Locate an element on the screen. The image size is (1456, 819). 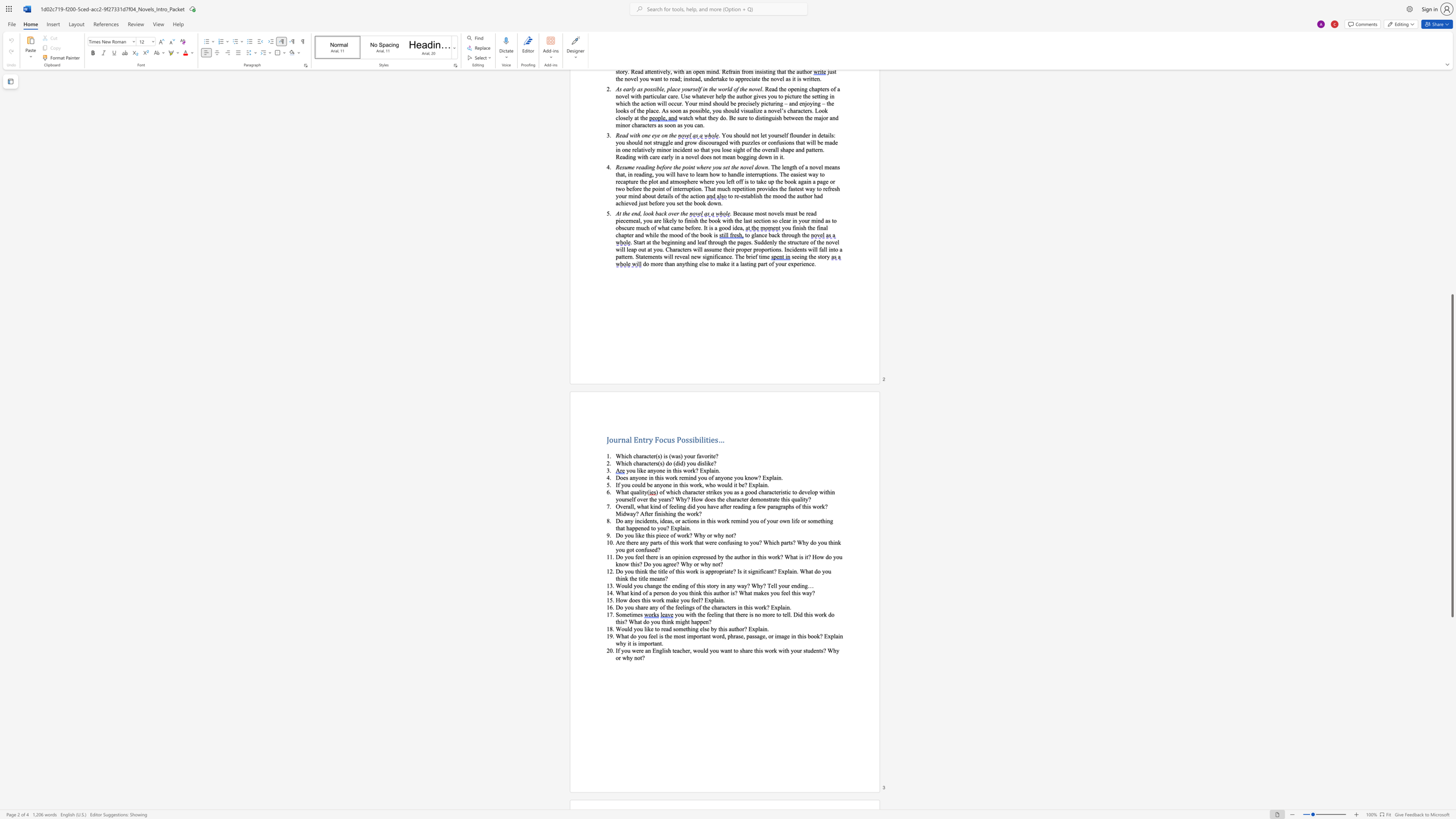
the space between the continuous character "(" and "s" in the text is located at coordinates (660, 462).